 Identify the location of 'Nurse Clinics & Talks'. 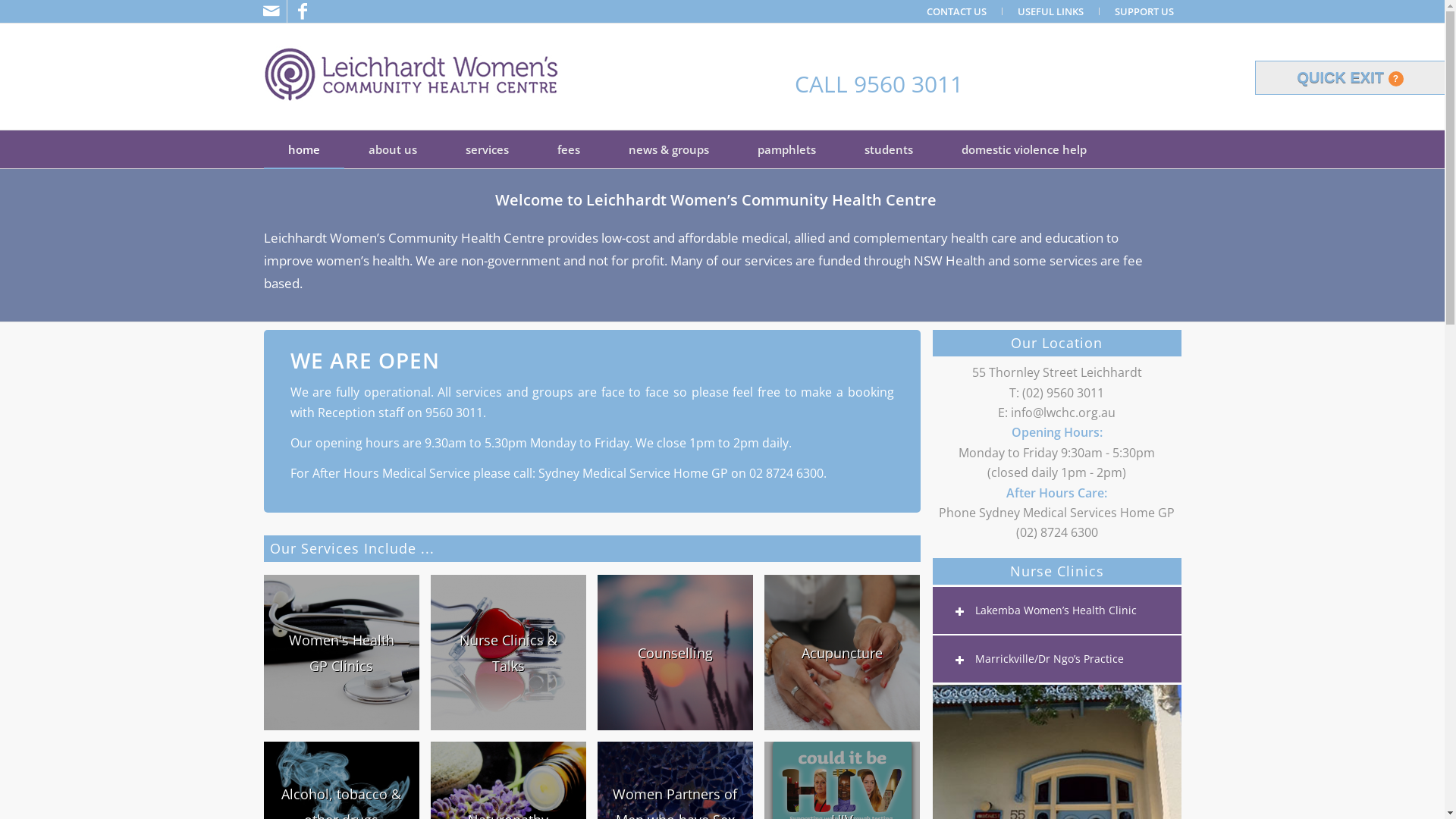
(508, 651).